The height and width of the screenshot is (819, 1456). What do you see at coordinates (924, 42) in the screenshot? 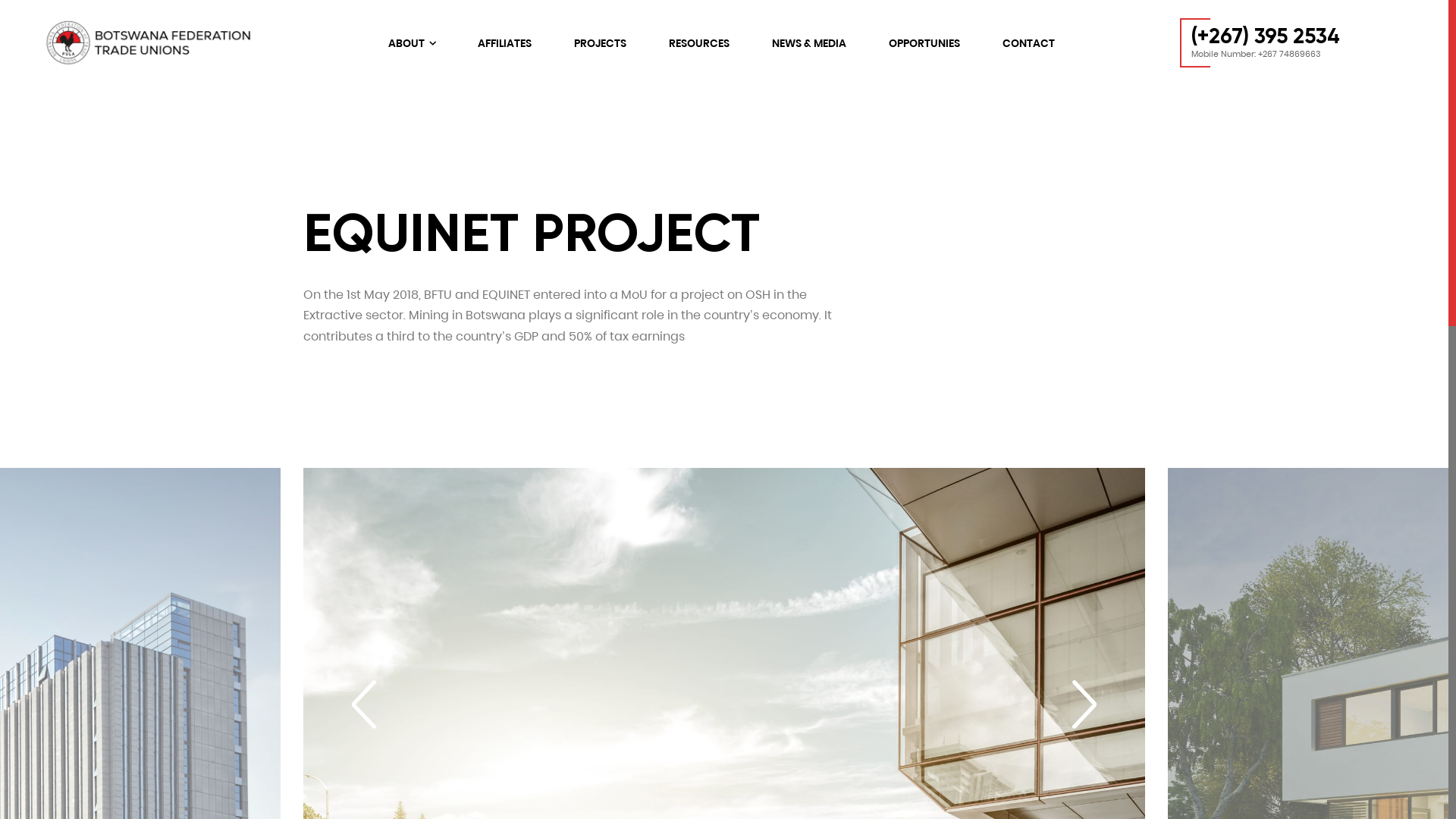
I see `'OPPORTUNIES'` at bounding box center [924, 42].